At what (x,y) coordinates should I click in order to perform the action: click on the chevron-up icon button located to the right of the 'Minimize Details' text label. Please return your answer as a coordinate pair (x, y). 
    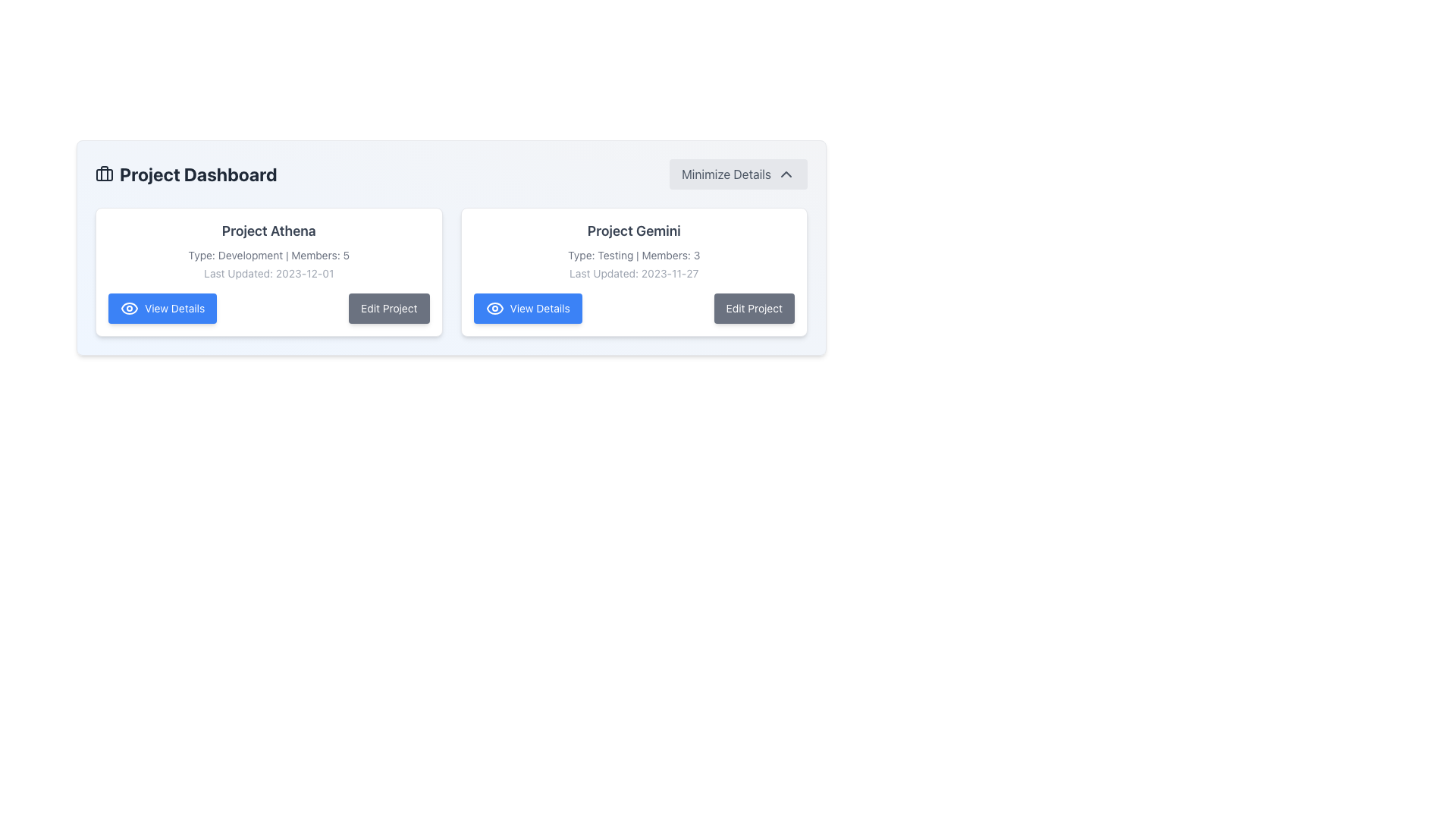
    Looking at the image, I should click on (786, 174).